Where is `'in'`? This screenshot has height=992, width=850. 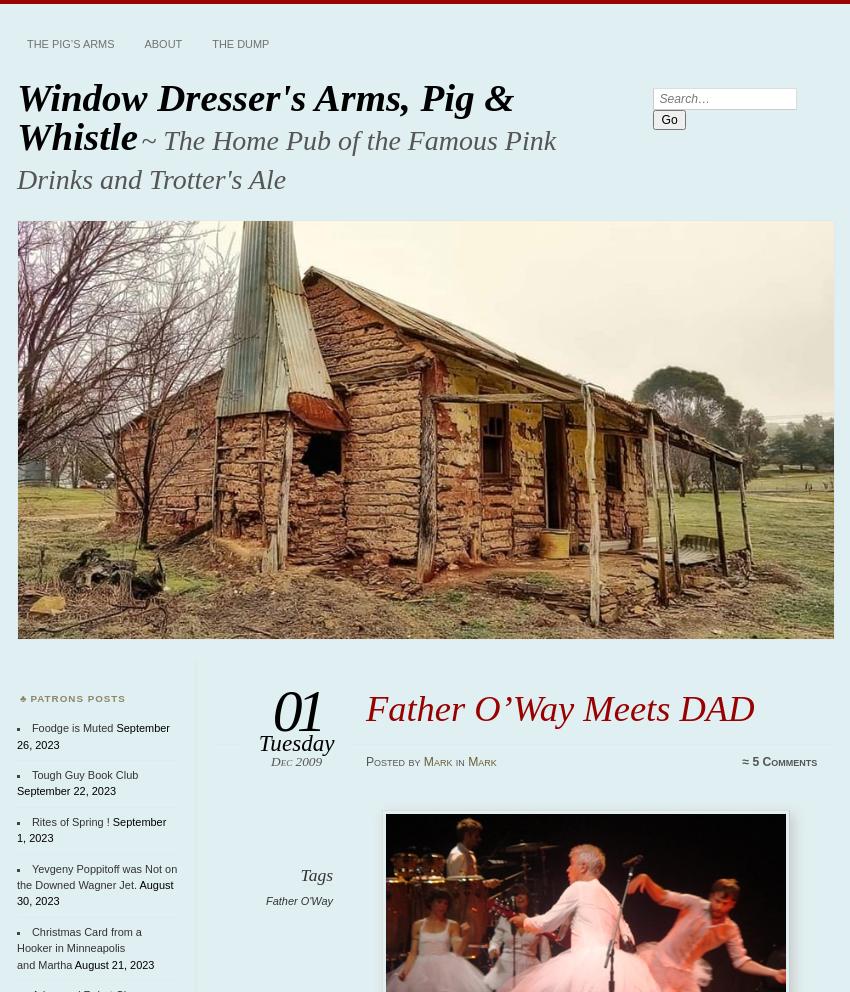 'in' is located at coordinates (459, 759).